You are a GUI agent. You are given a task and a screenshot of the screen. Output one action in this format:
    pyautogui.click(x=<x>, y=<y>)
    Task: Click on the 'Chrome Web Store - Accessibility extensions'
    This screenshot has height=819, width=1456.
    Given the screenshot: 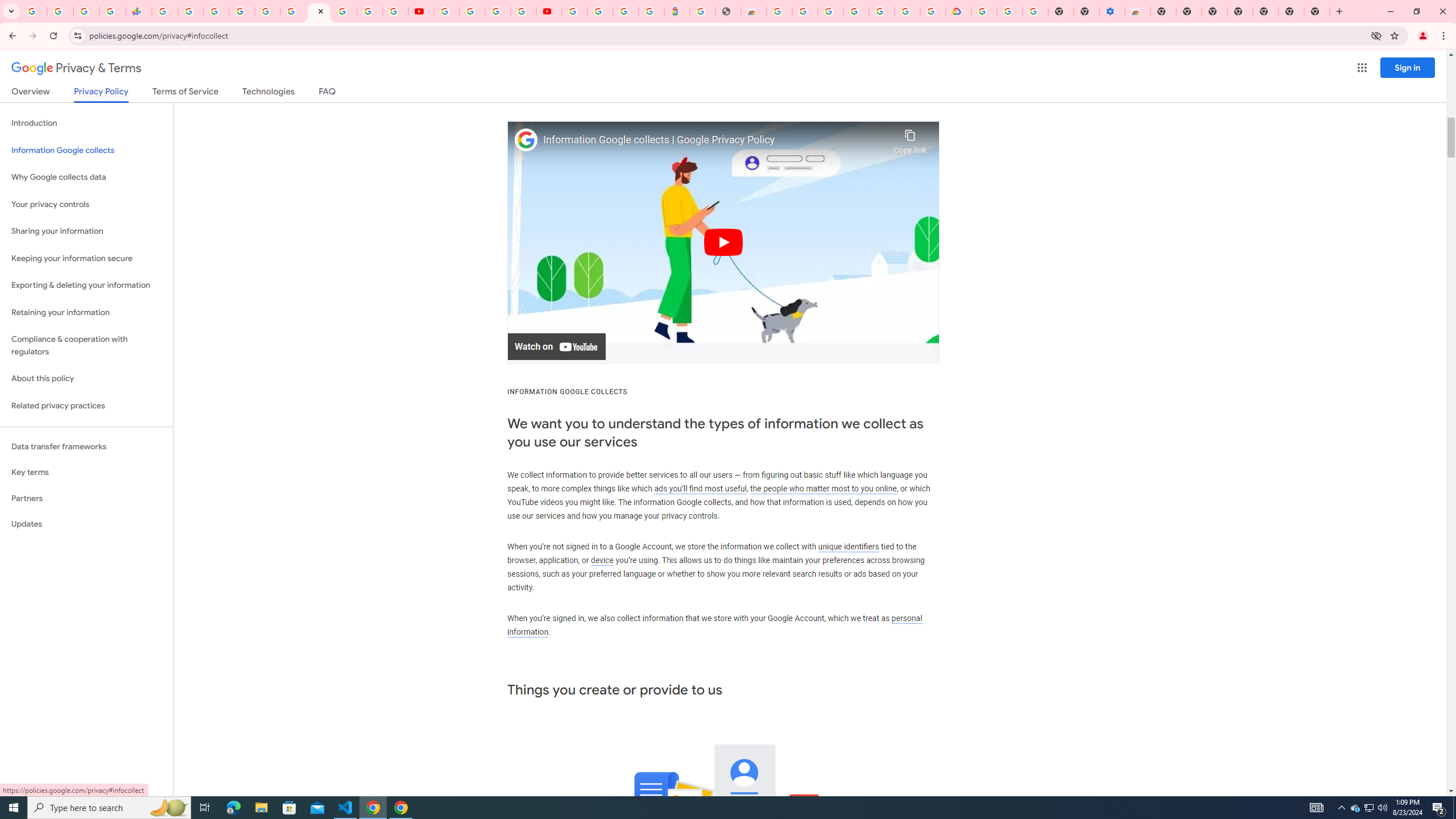 What is the action you would take?
    pyautogui.click(x=1137, y=11)
    